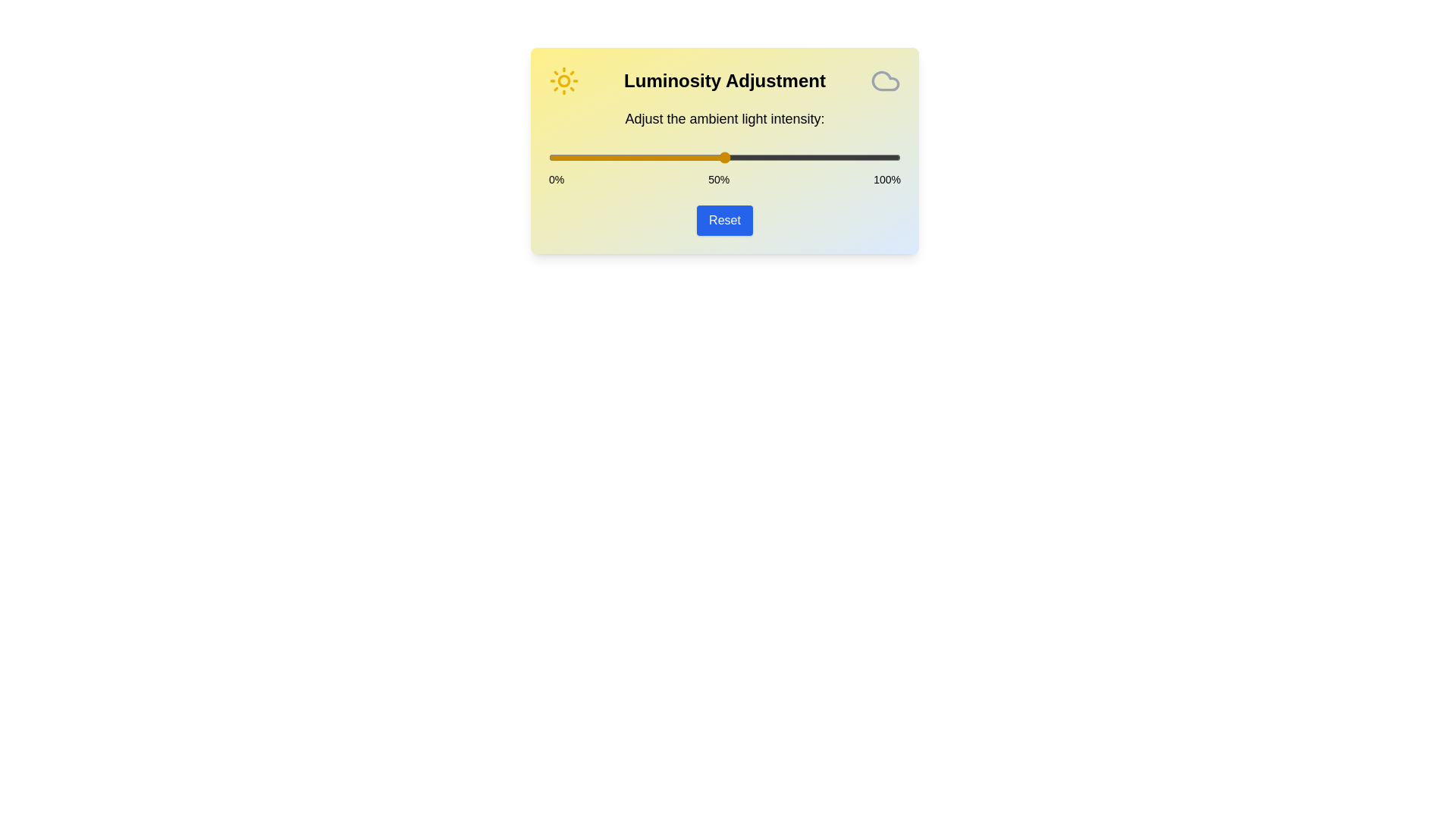  I want to click on the light intensity to 74% by sliding the slider, so click(808, 158).